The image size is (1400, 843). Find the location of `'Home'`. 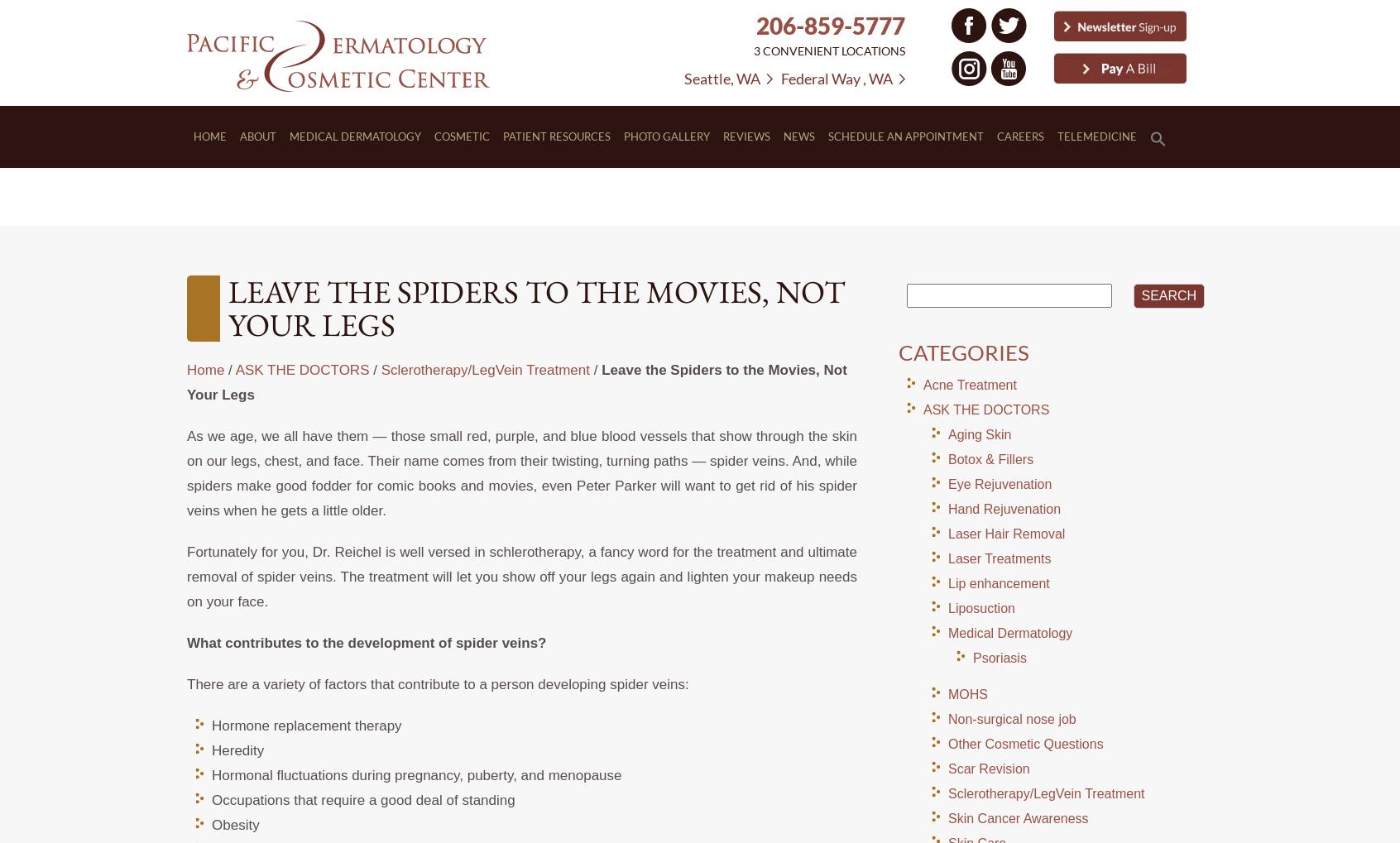

'Home' is located at coordinates (205, 370).